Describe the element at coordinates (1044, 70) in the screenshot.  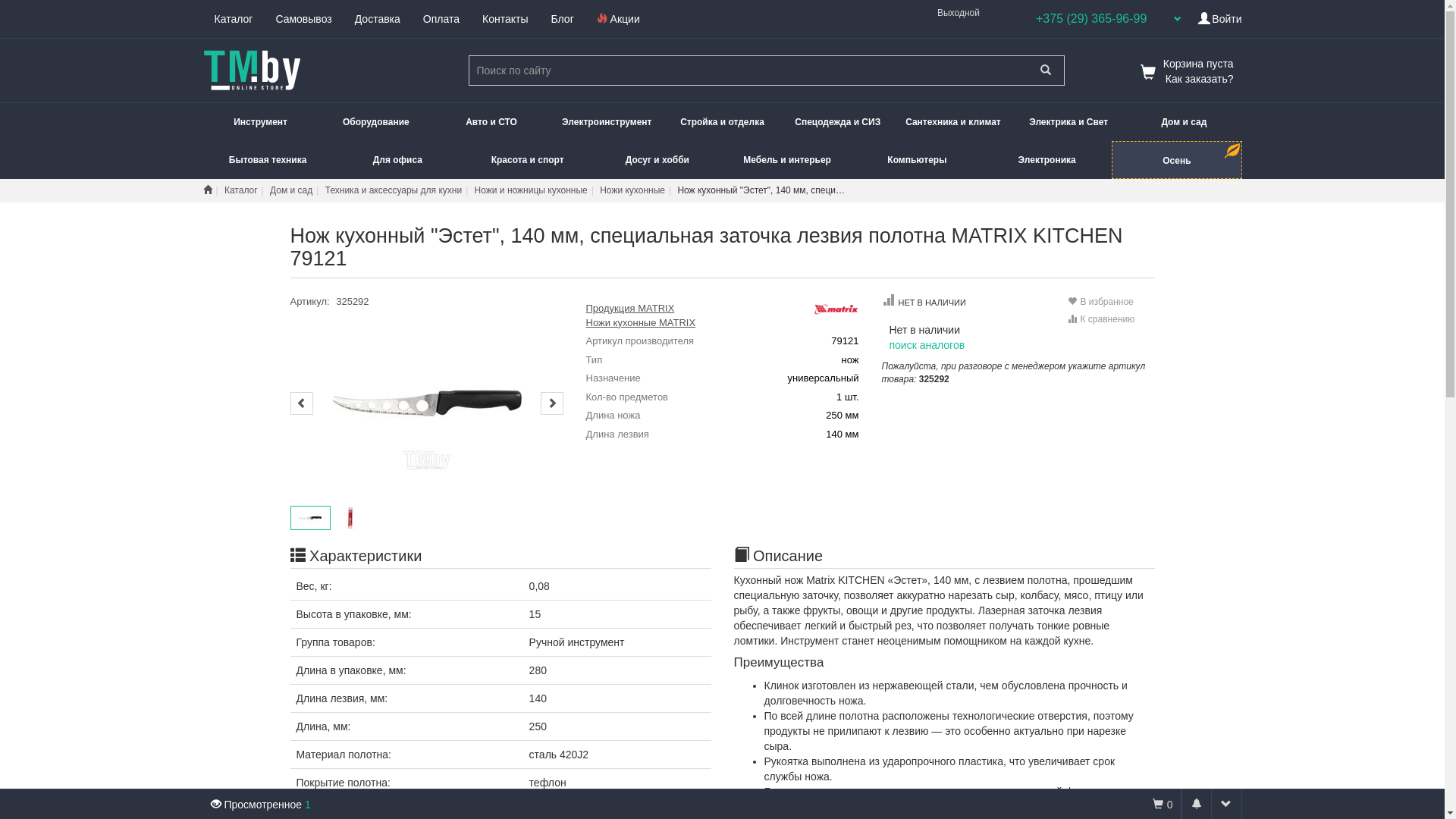
I see `'<span class="glyphicon glyphicon-search"></span>'` at that location.